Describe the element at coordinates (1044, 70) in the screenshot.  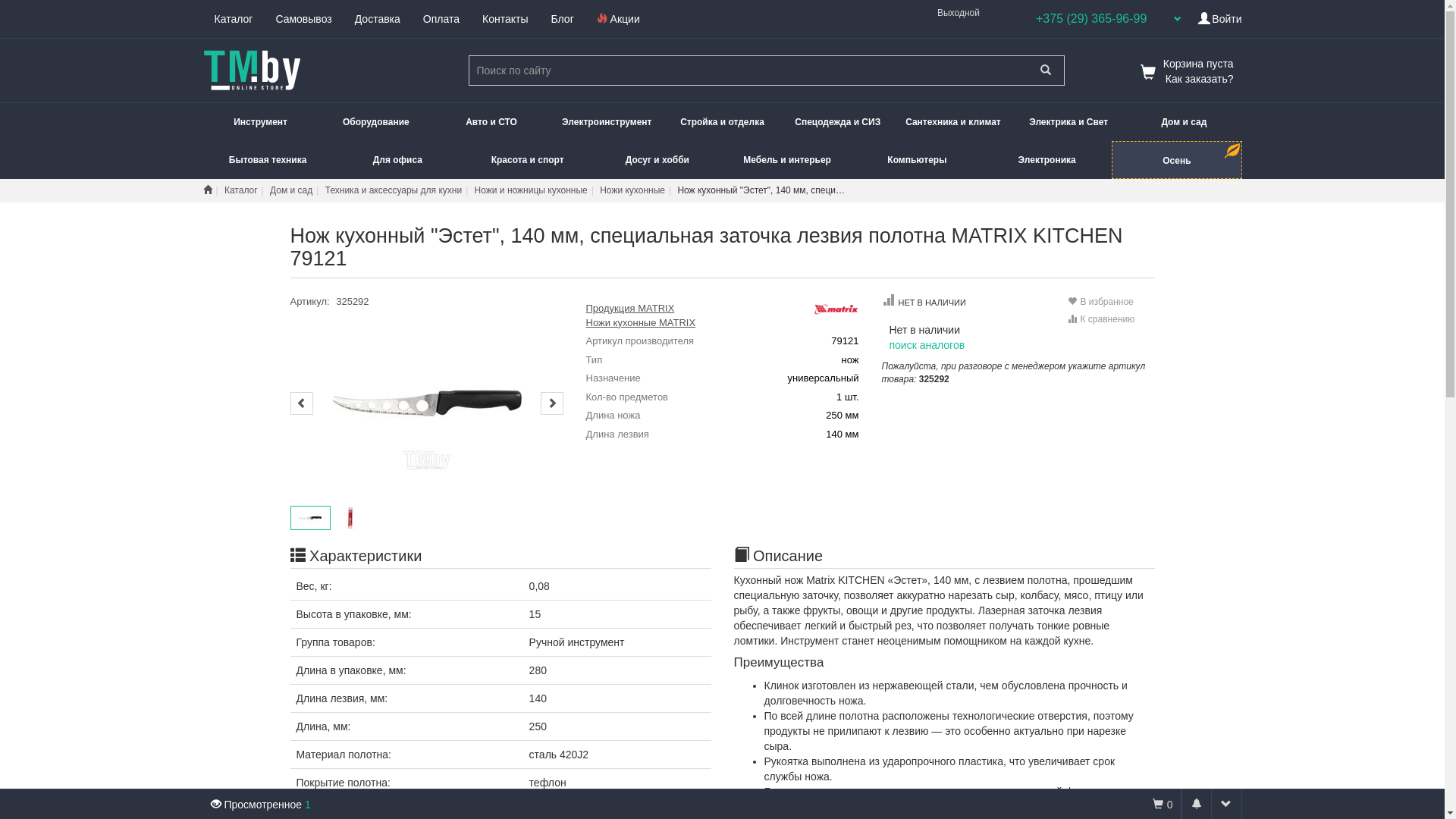
I see `'<span class="glyphicon glyphicon-search"></span>'` at that location.